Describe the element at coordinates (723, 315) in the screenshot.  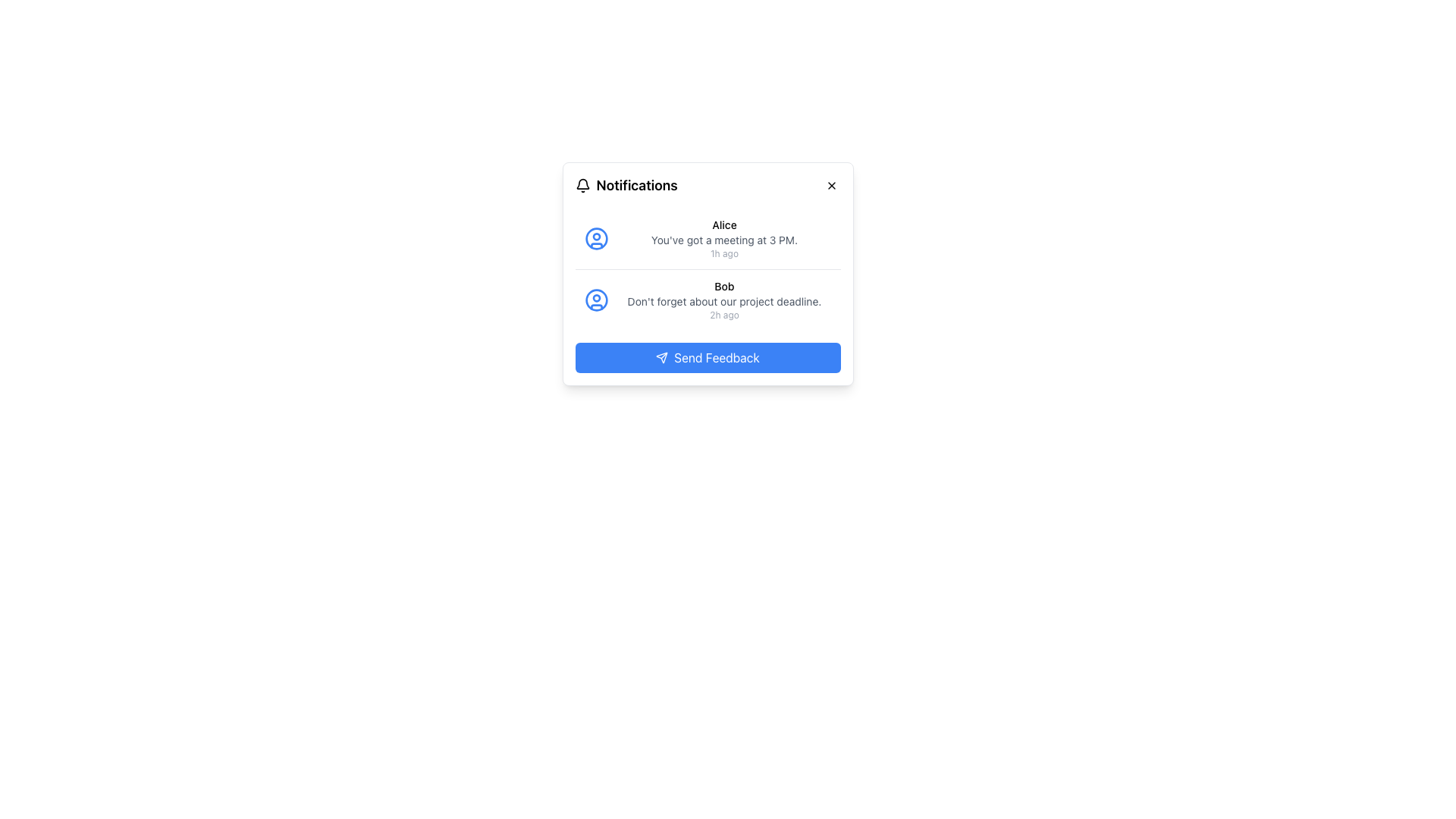
I see `the timestamp text label reading '2h ago' located within the notification card for 'Bob', positioned below the message about the project deadline` at that location.